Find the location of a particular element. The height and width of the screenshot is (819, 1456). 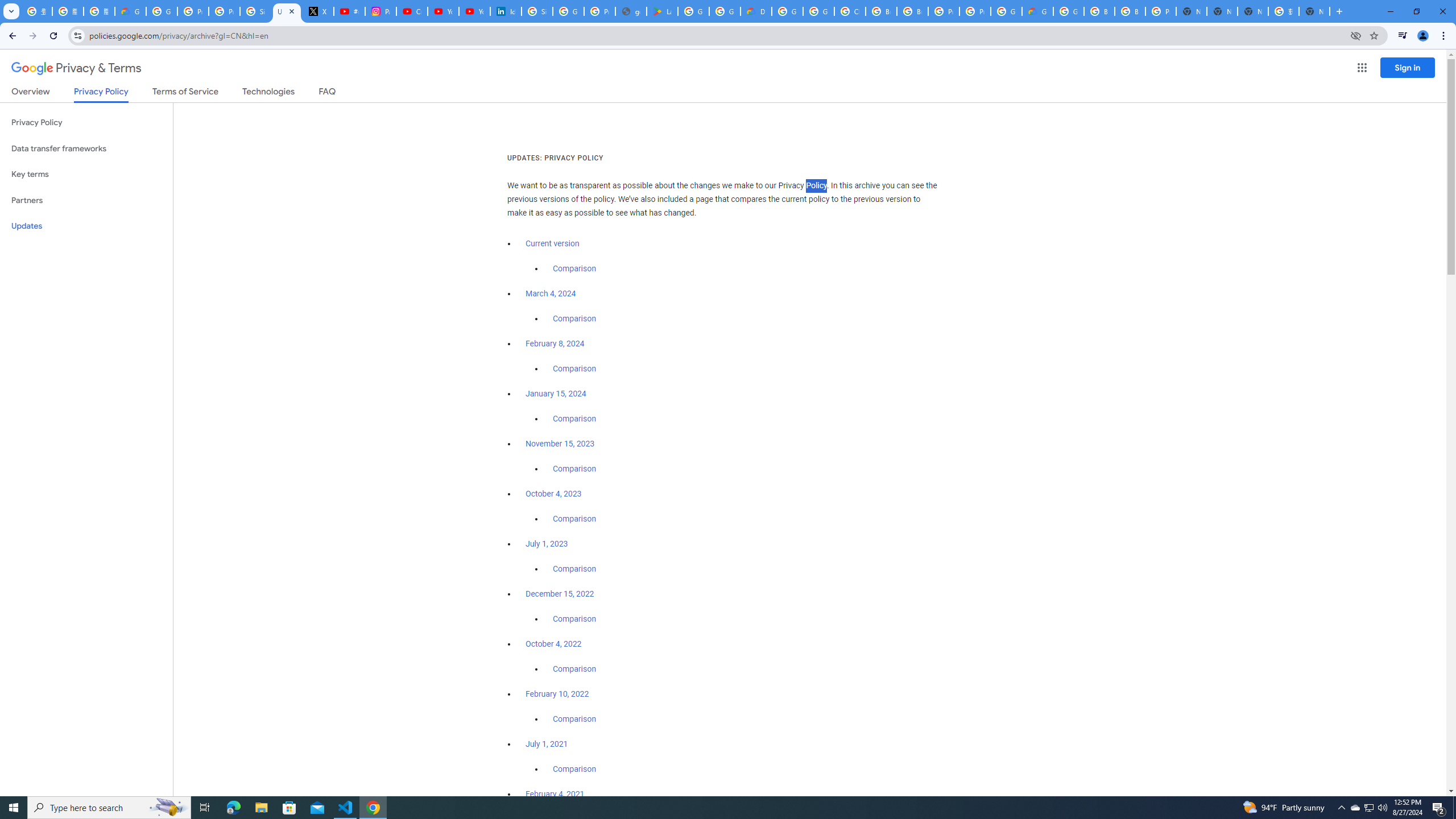

'February 10, 2022' is located at coordinates (557, 693).